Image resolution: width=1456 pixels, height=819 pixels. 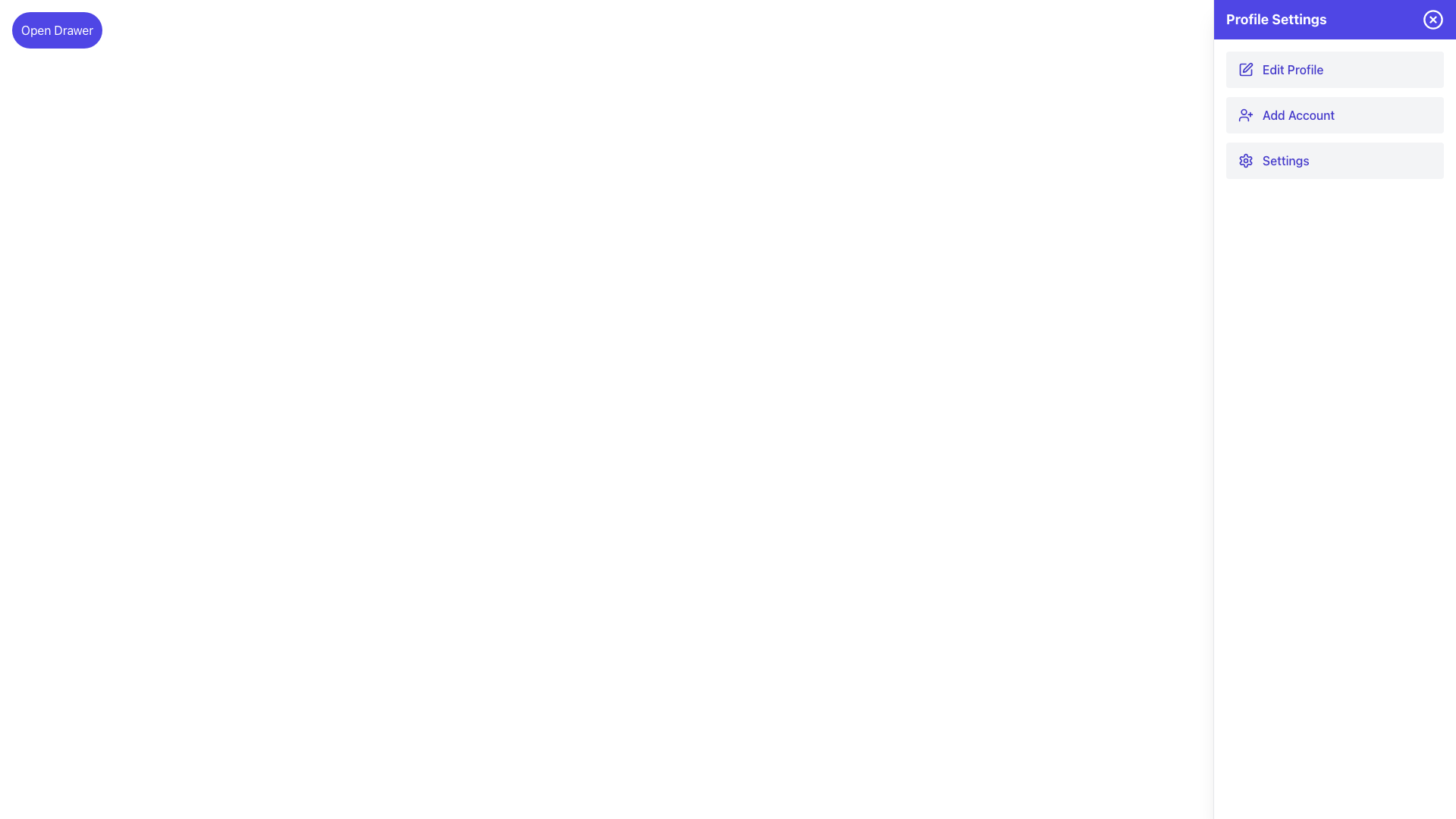 What do you see at coordinates (1245, 161) in the screenshot?
I see `the settings icon located within the 'Settings' button of the 'Profile Settings' panel, positioned near the top-right corner of the interface` at bounding box center [1245, 161].